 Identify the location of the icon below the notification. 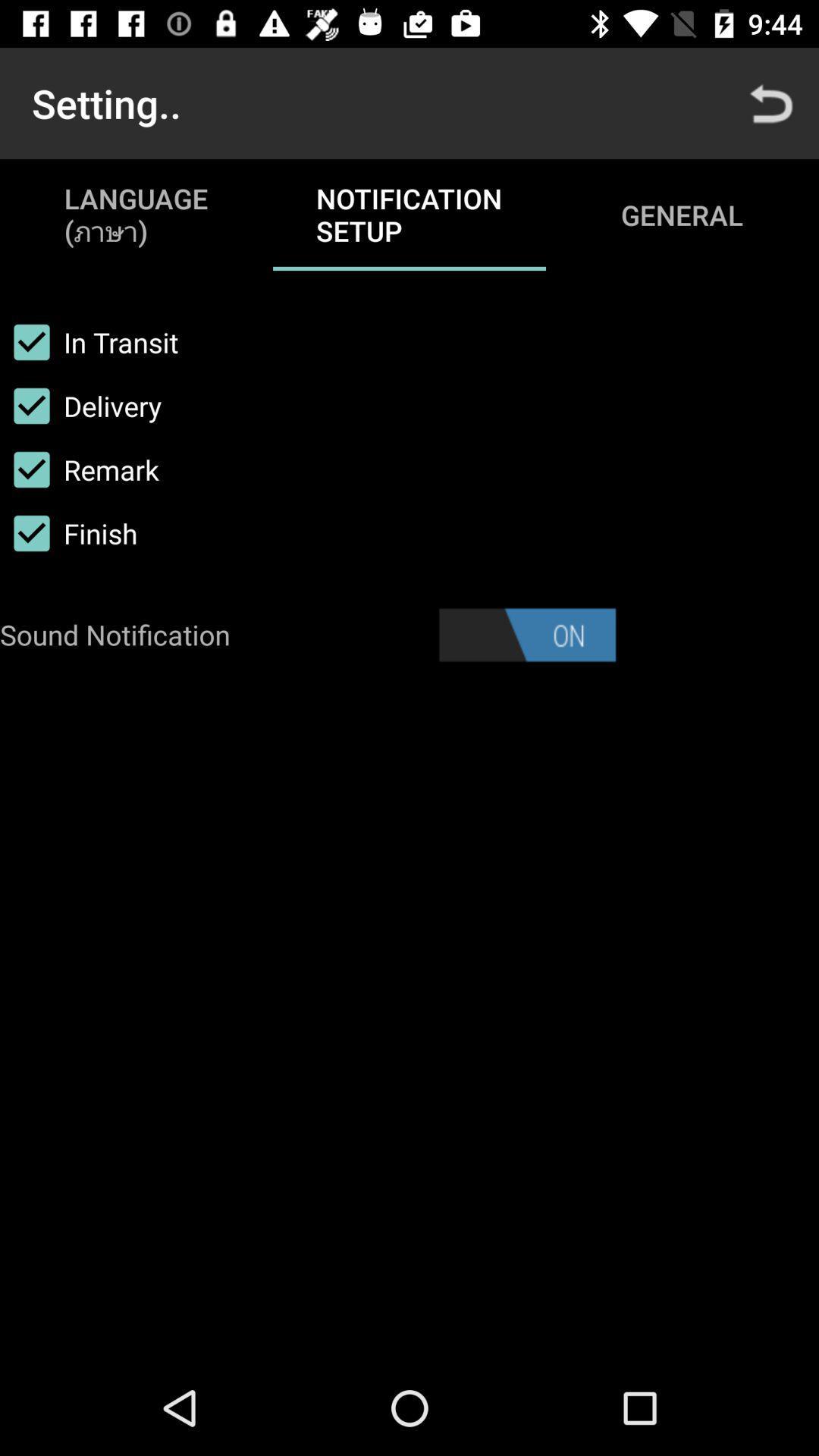
(526, 635).